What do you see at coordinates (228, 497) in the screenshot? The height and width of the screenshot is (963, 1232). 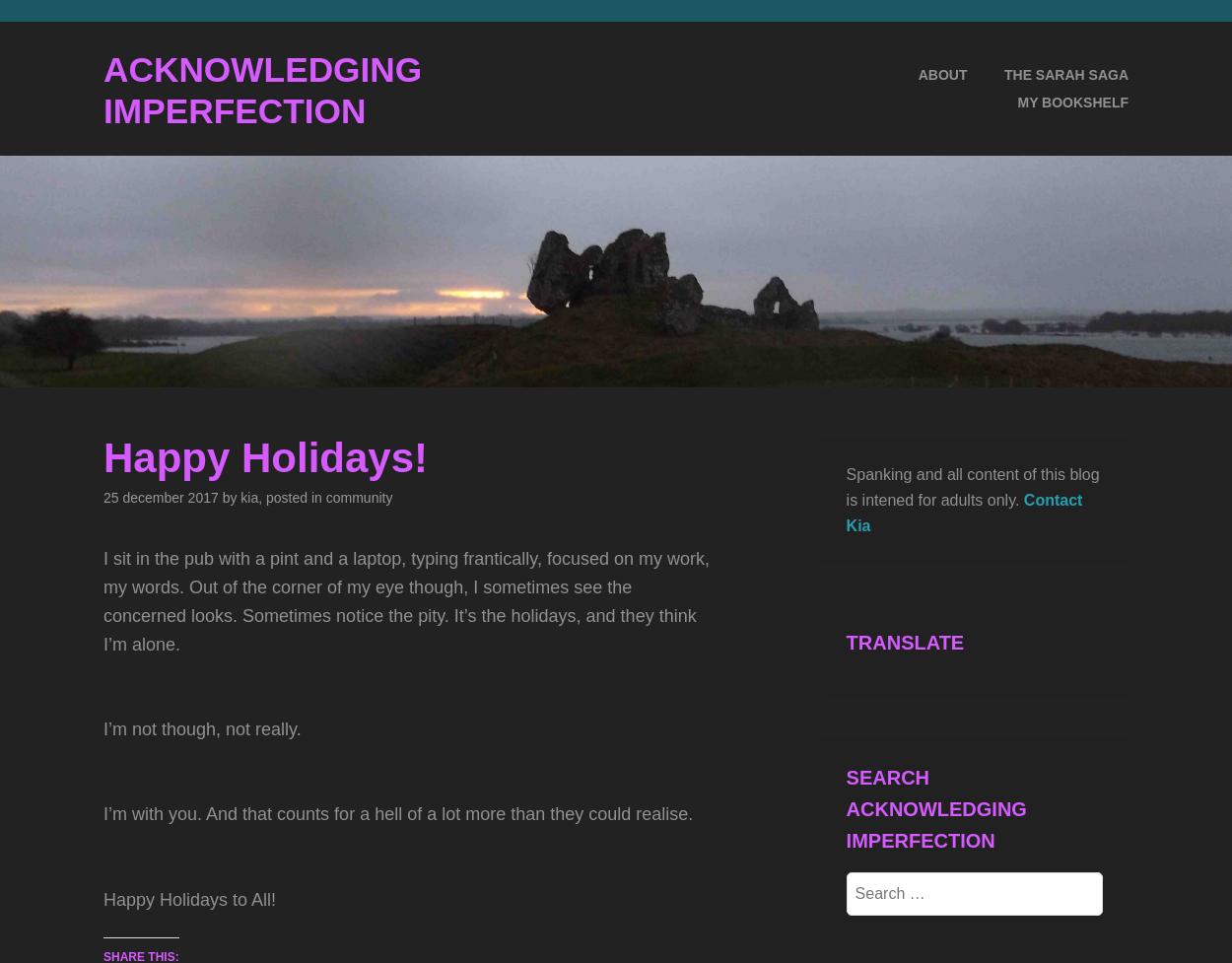 I see `'by'` at bounding box center [228, 497].